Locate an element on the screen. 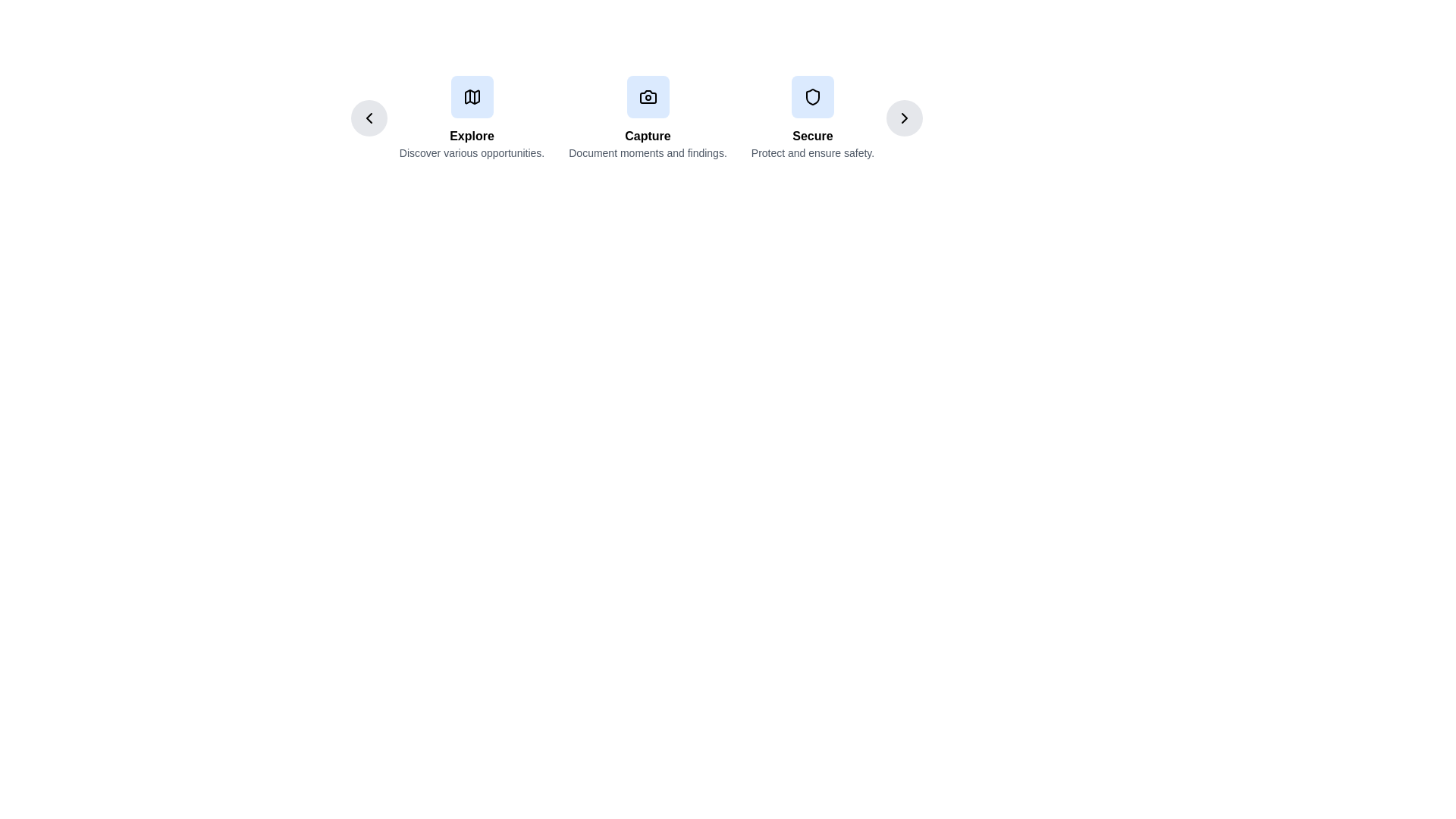 The width and height of the screenshot is (1456, 819). the shield icon representing the 'Secure' feature located in the blue-rounded rectangle in the third position from the left is located at coordinates (811, 96).